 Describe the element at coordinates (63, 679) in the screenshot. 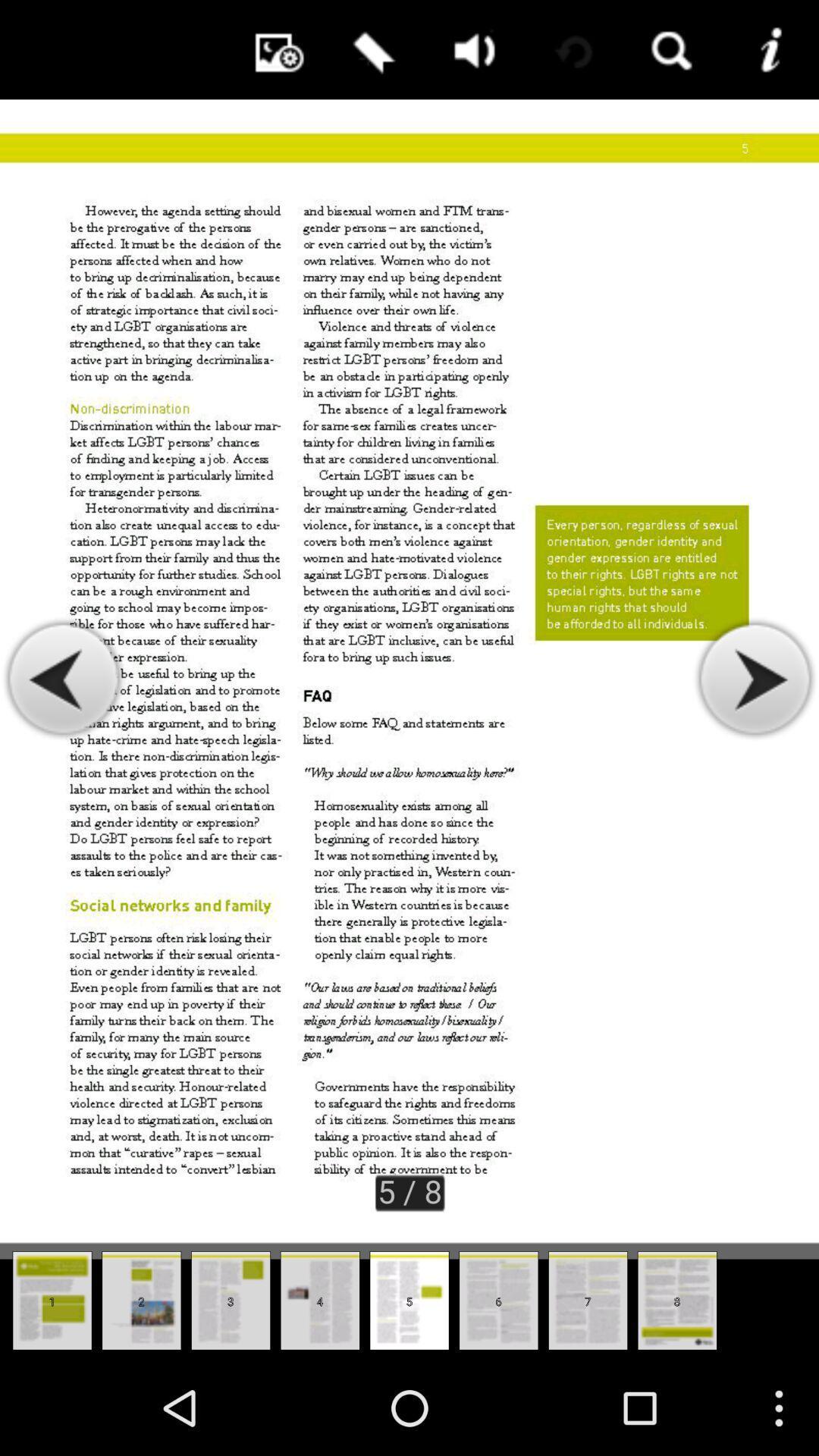

I see `go back` at that location.